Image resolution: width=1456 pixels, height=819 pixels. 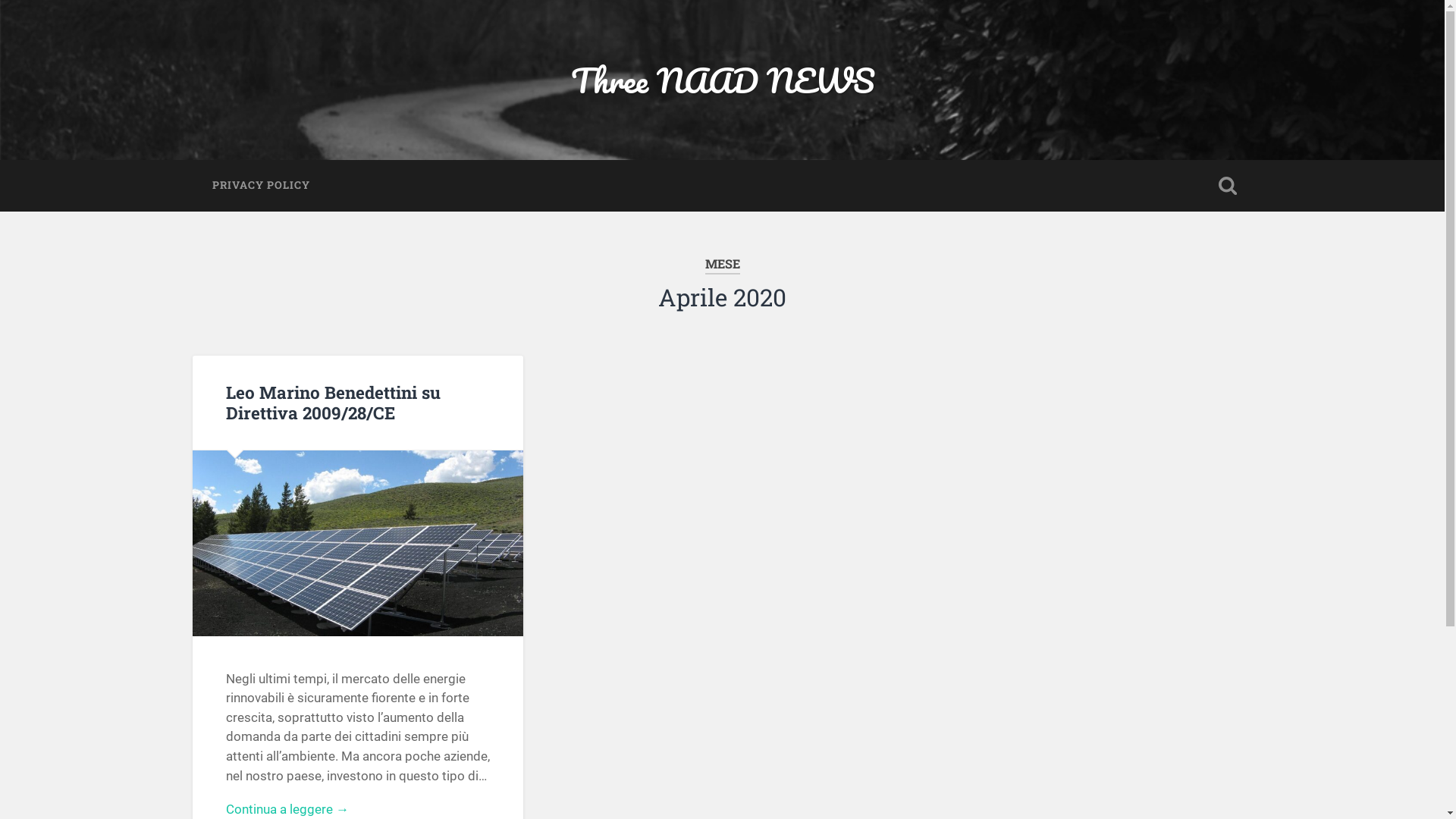 I want to click on 'PRIVACY POLICY', so click(x=260, y=185).